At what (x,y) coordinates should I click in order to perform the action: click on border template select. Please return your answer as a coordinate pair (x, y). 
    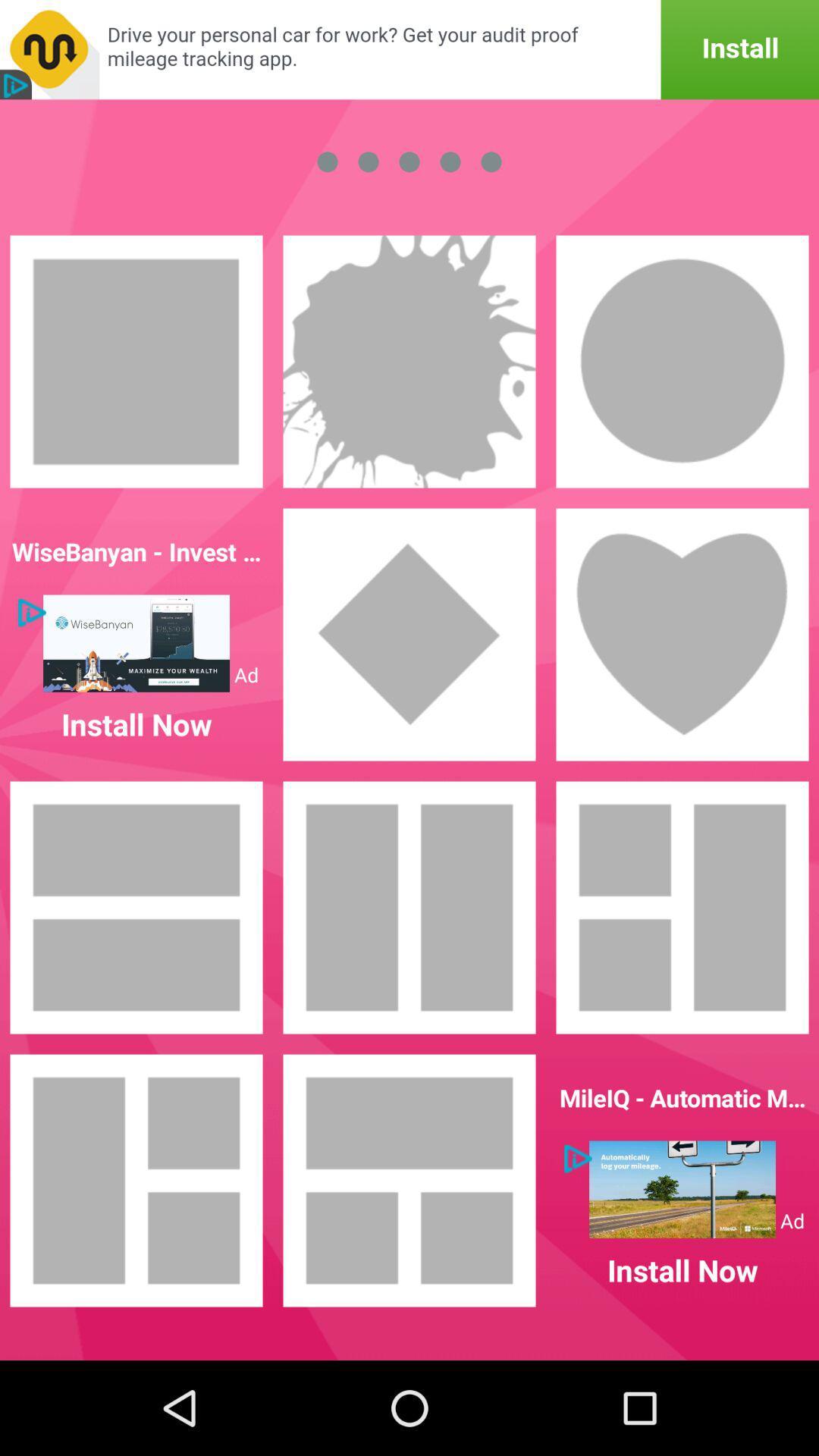
    Looking at the image, I should click on (681, 360).